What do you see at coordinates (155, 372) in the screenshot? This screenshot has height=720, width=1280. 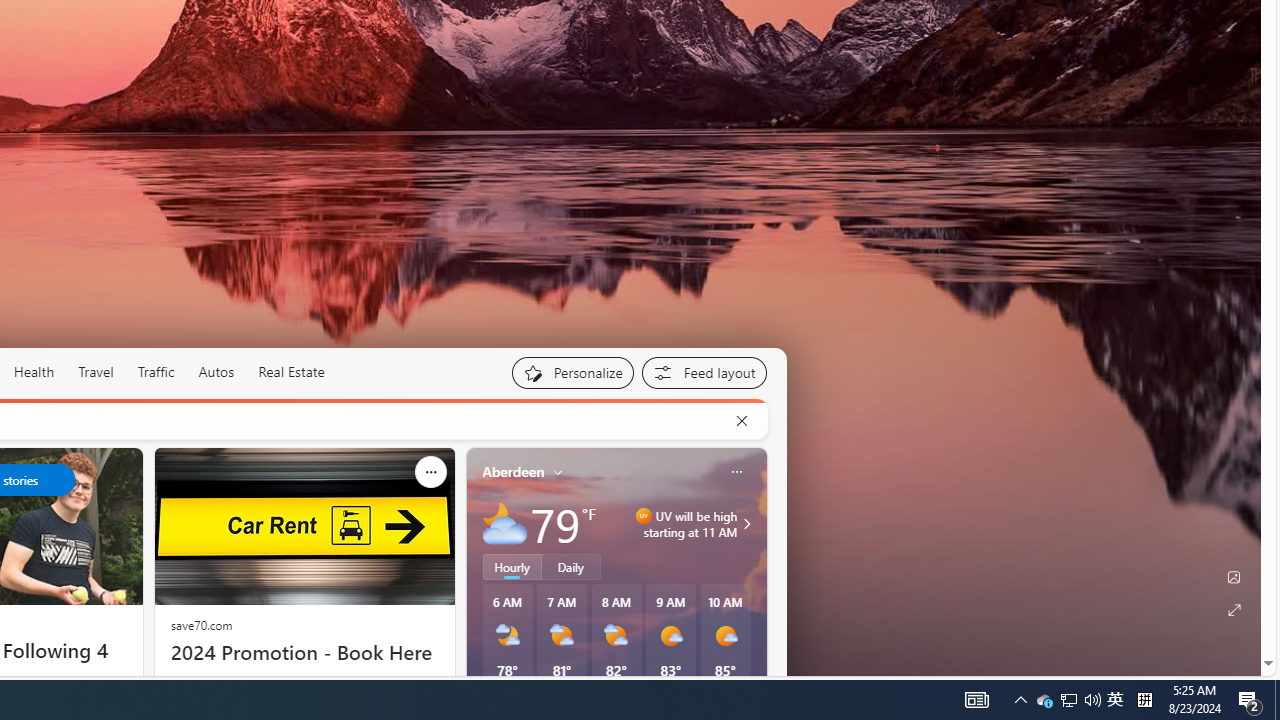 I see `'Traffic'` at bounding box center [155, 372].